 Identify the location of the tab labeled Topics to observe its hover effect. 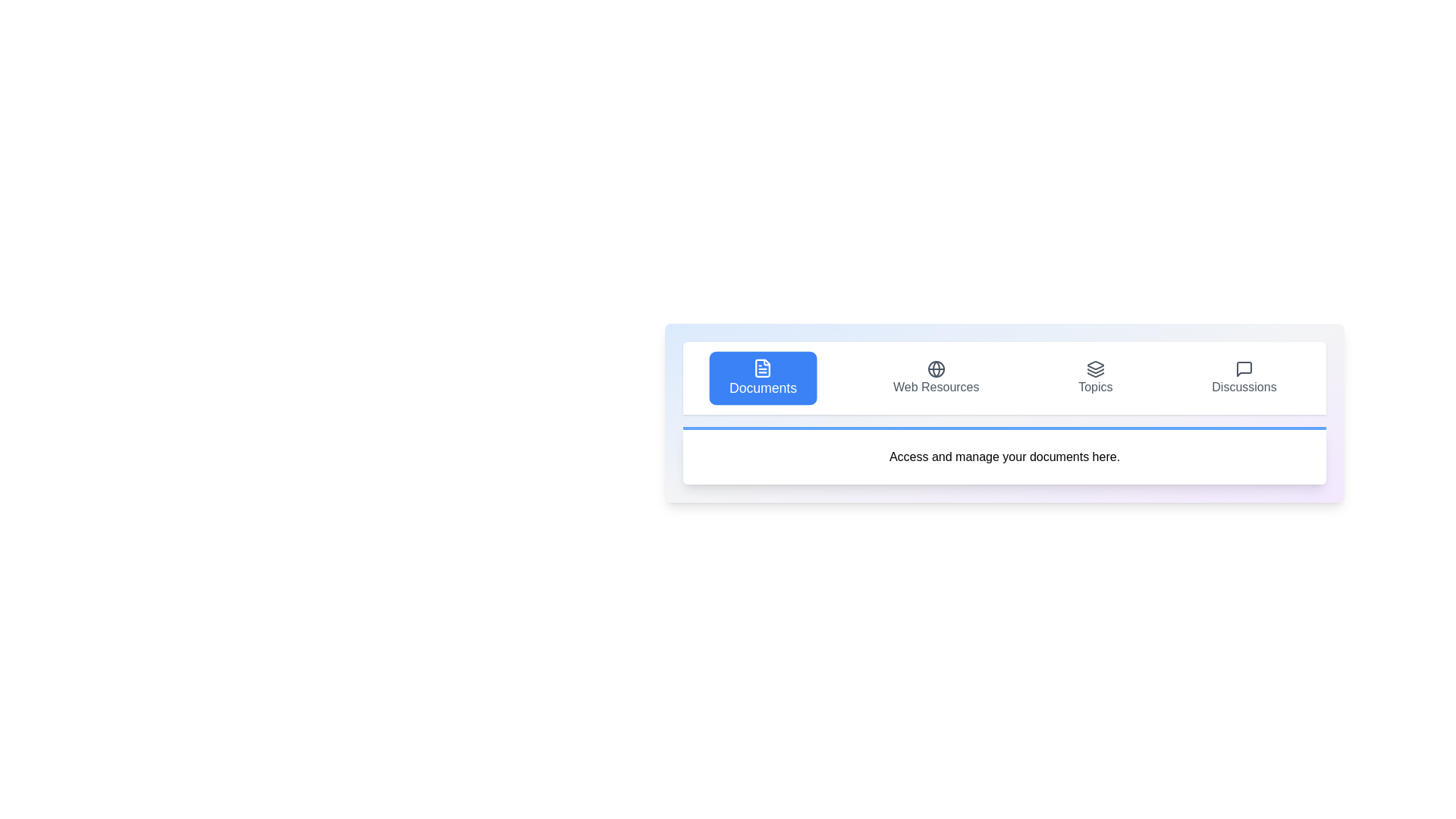
(1095, 377).